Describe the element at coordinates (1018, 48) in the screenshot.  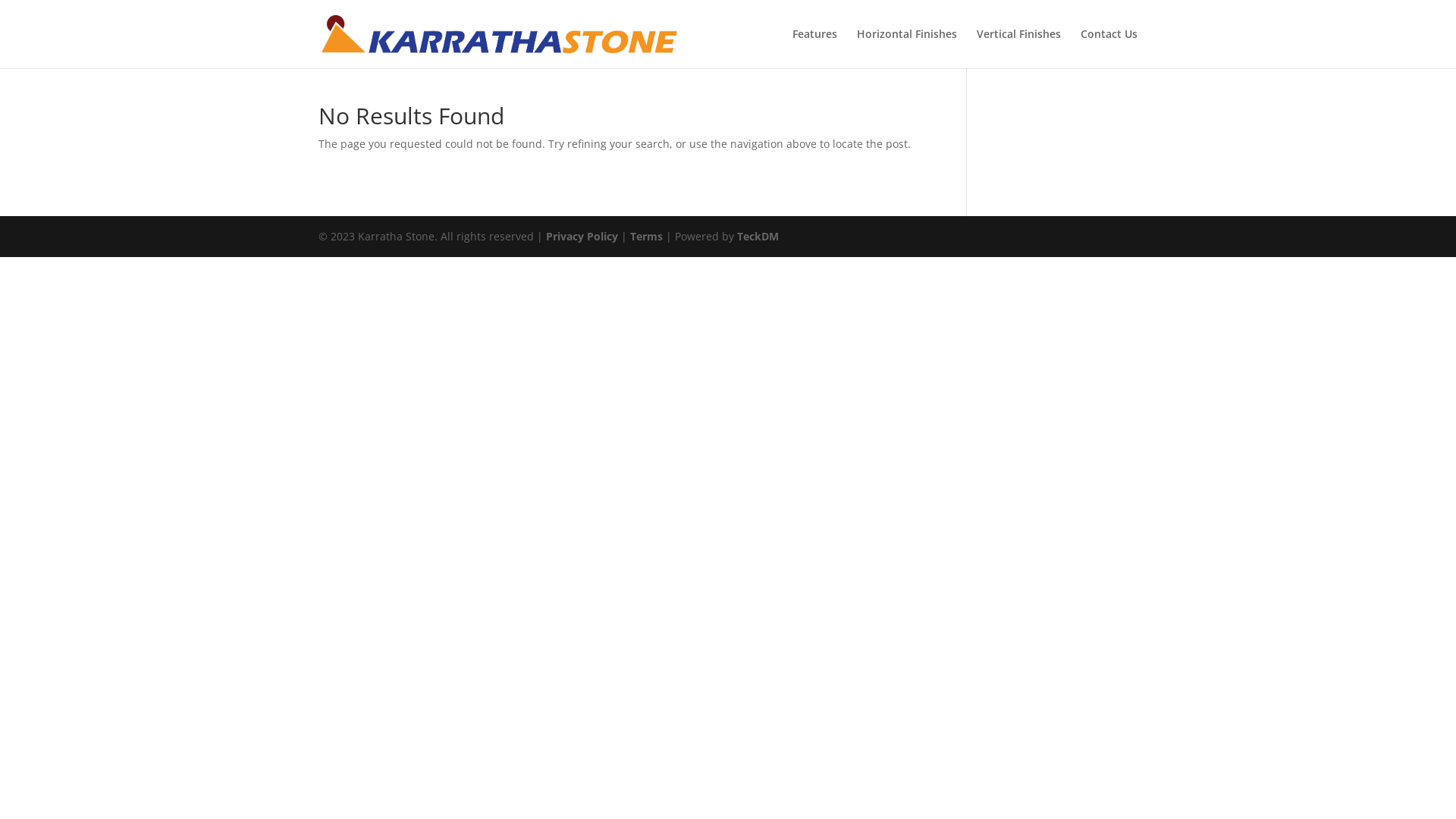
I see `'Vertical Finishes'` at that location.